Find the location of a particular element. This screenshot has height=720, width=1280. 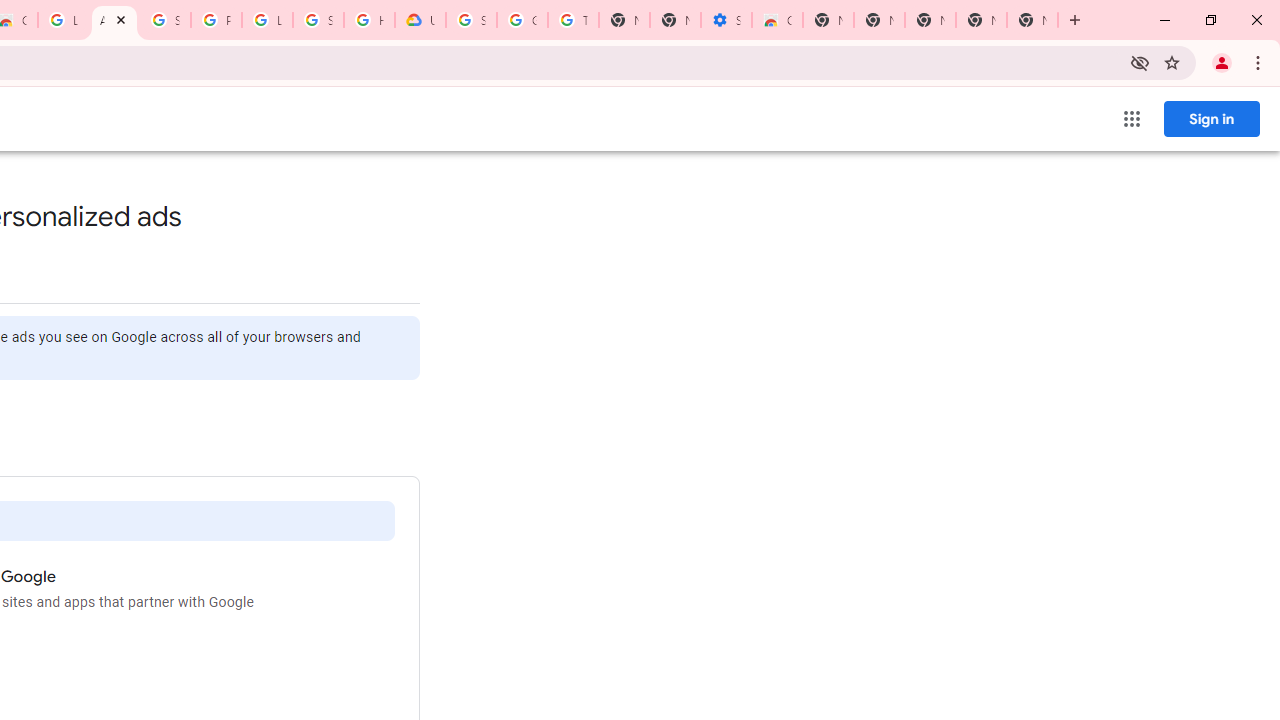

'Restore' is located at coordinates (1209, 20).